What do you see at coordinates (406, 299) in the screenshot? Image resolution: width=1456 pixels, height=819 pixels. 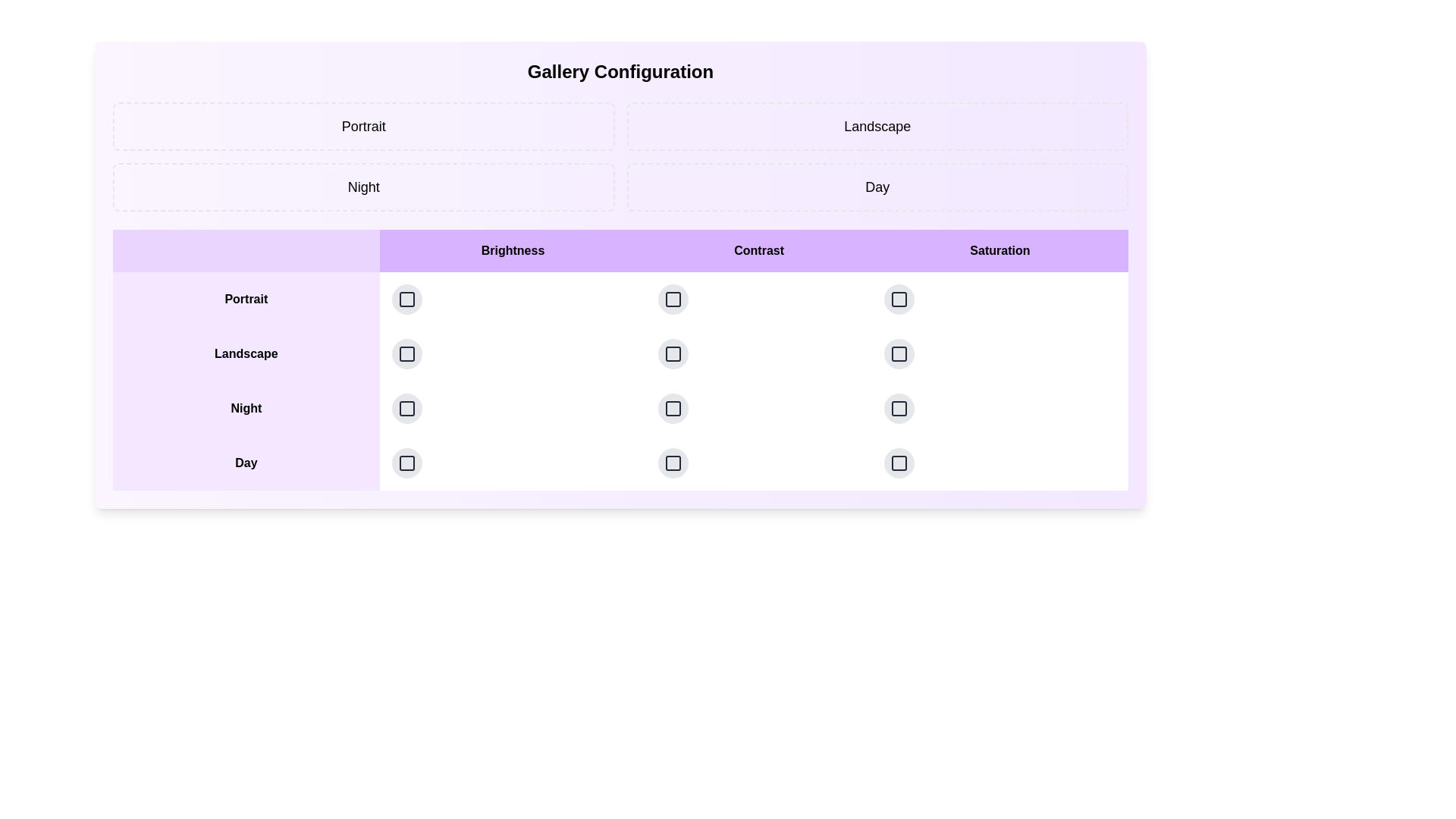 I see `the first checkbox under the 'Brightness' column` at bounding box center [406, 299].